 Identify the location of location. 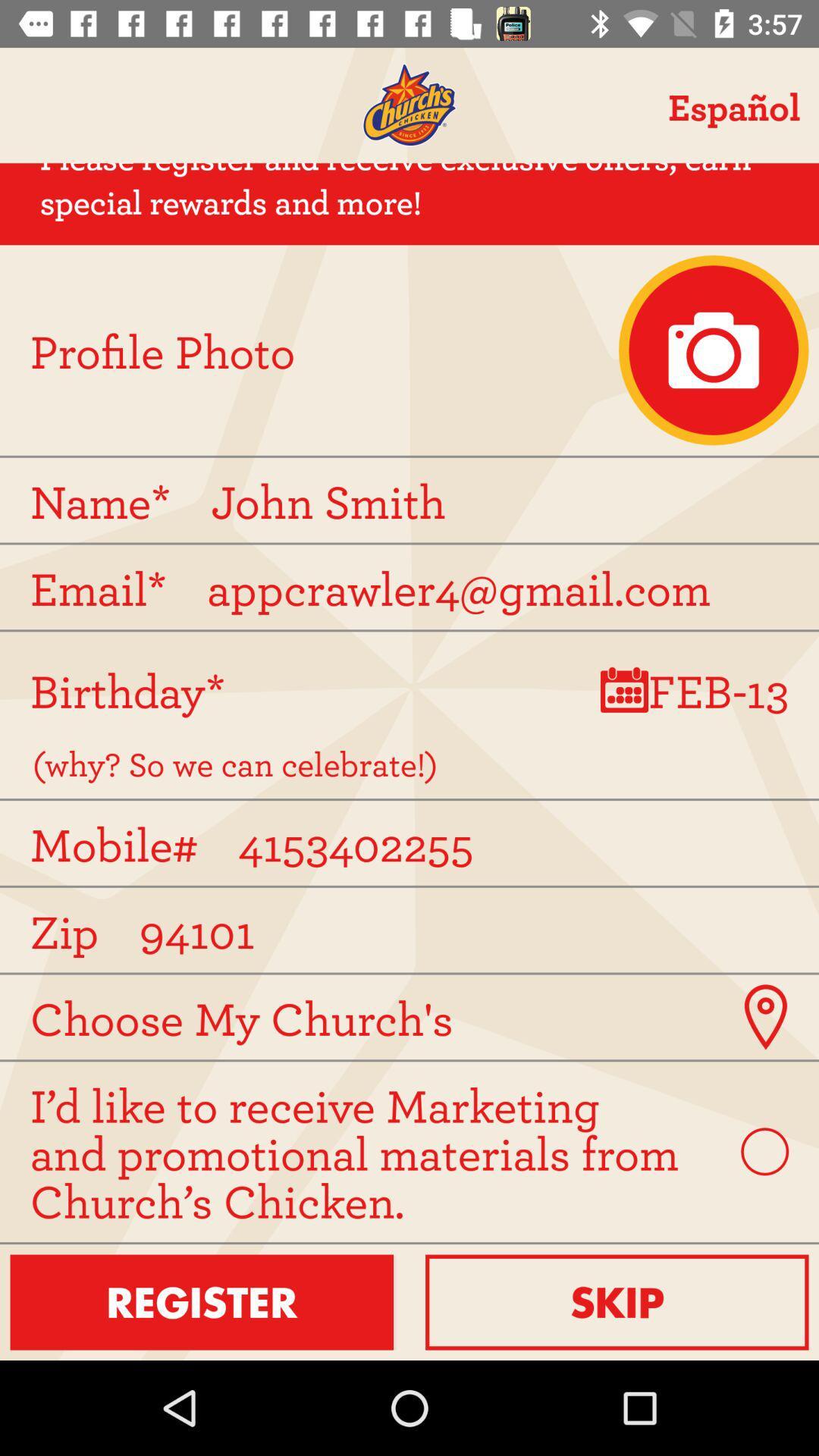
(765, 1017).